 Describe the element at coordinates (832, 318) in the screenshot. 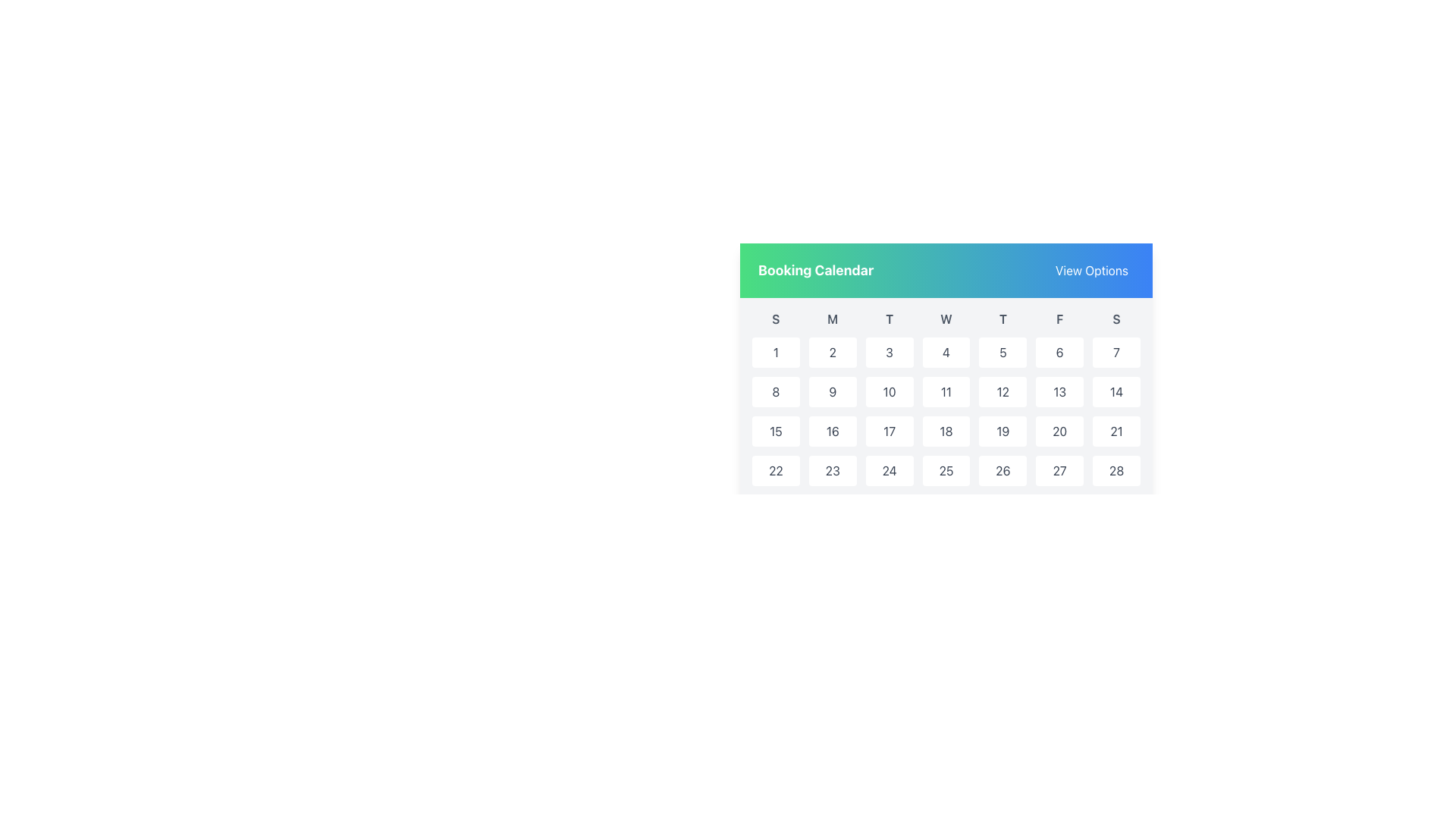

I see `the static text label representing Monday in the calendar header row, which is positioned between 'S' and 'T'` at that location.